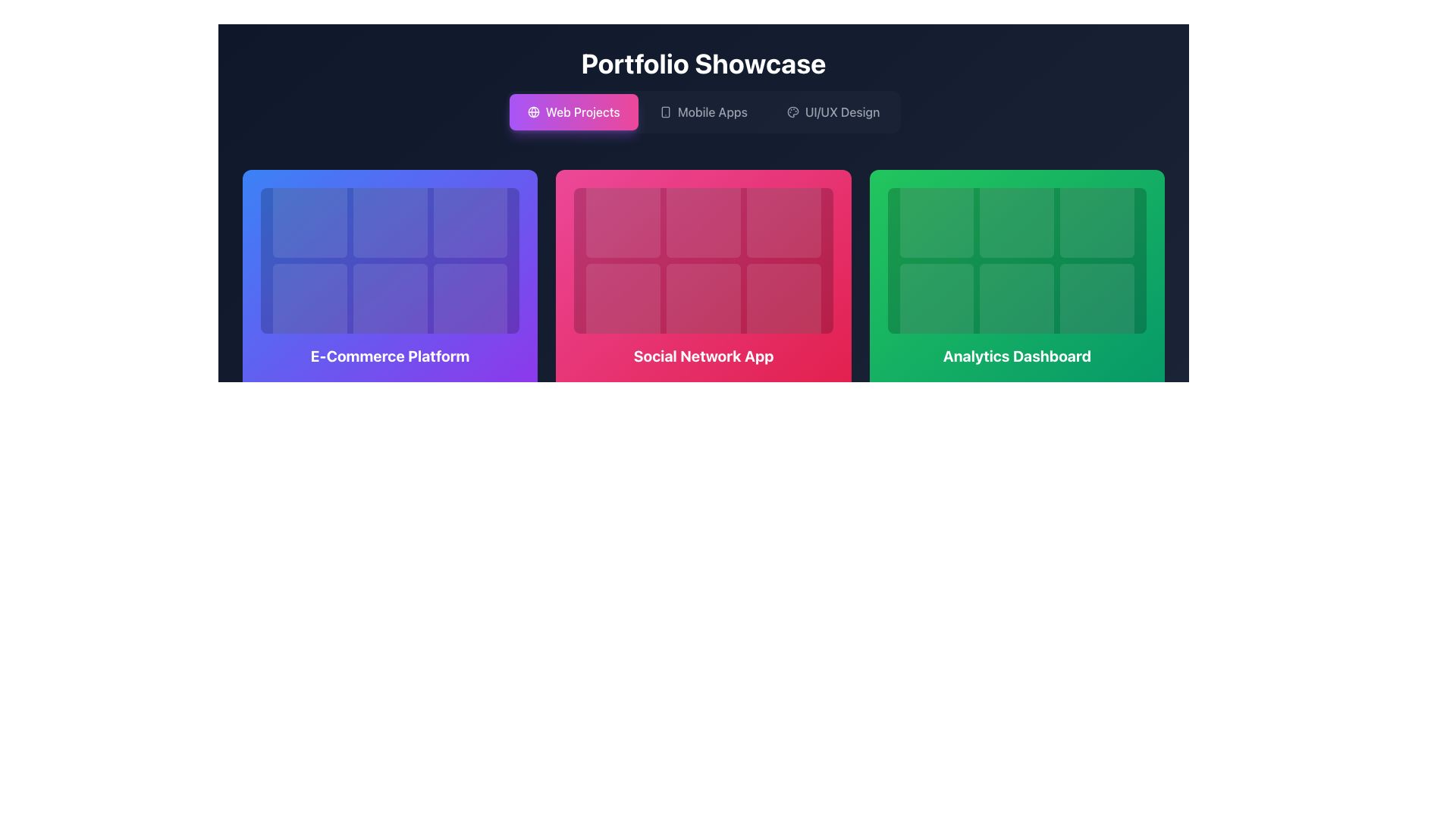 The image size is (1456, 819). I want to click on the 'Web Projects' text label, so click(582, 111).